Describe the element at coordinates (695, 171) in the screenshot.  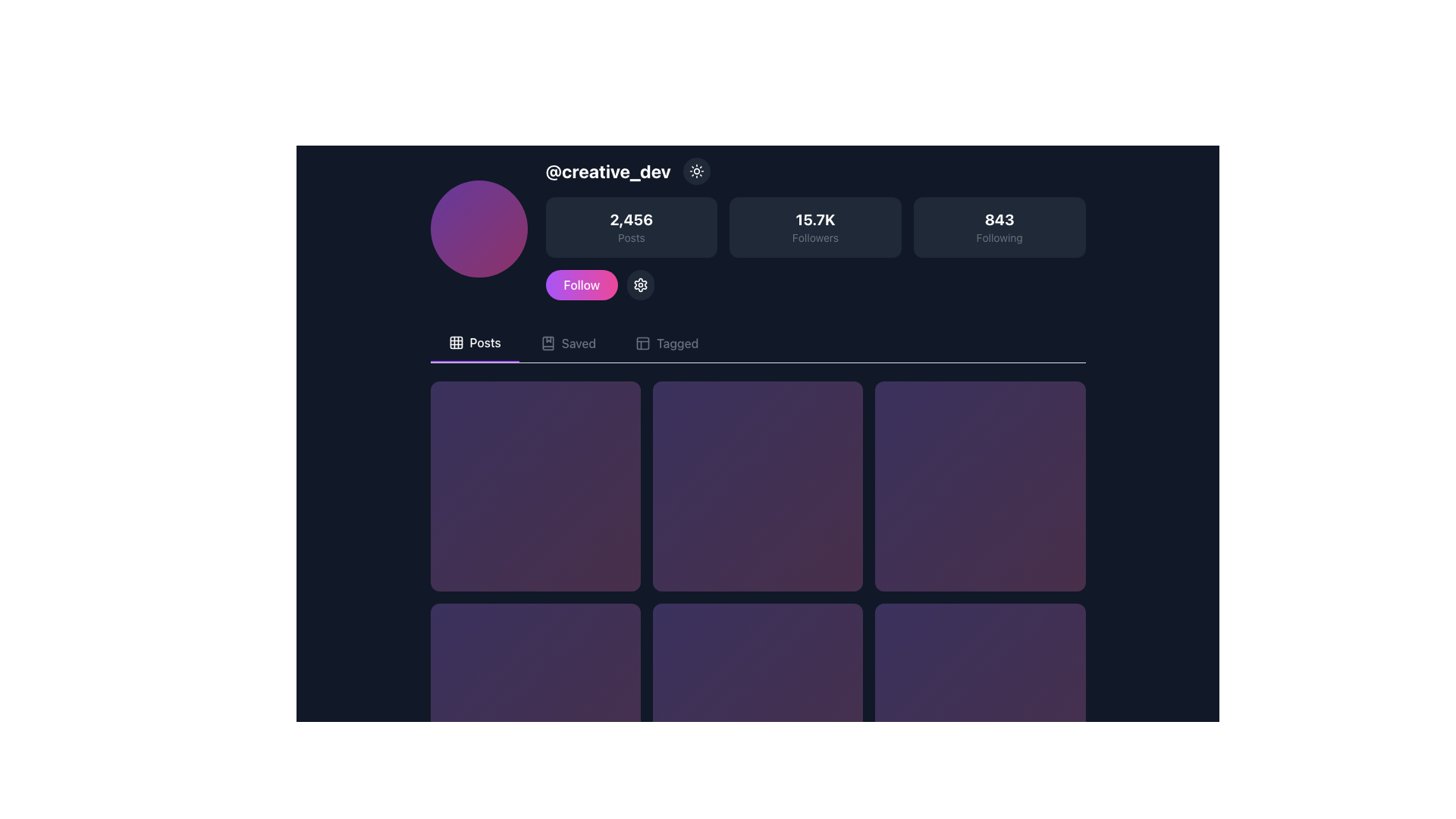
I see `the circular gray button with a sun icon` at that location.